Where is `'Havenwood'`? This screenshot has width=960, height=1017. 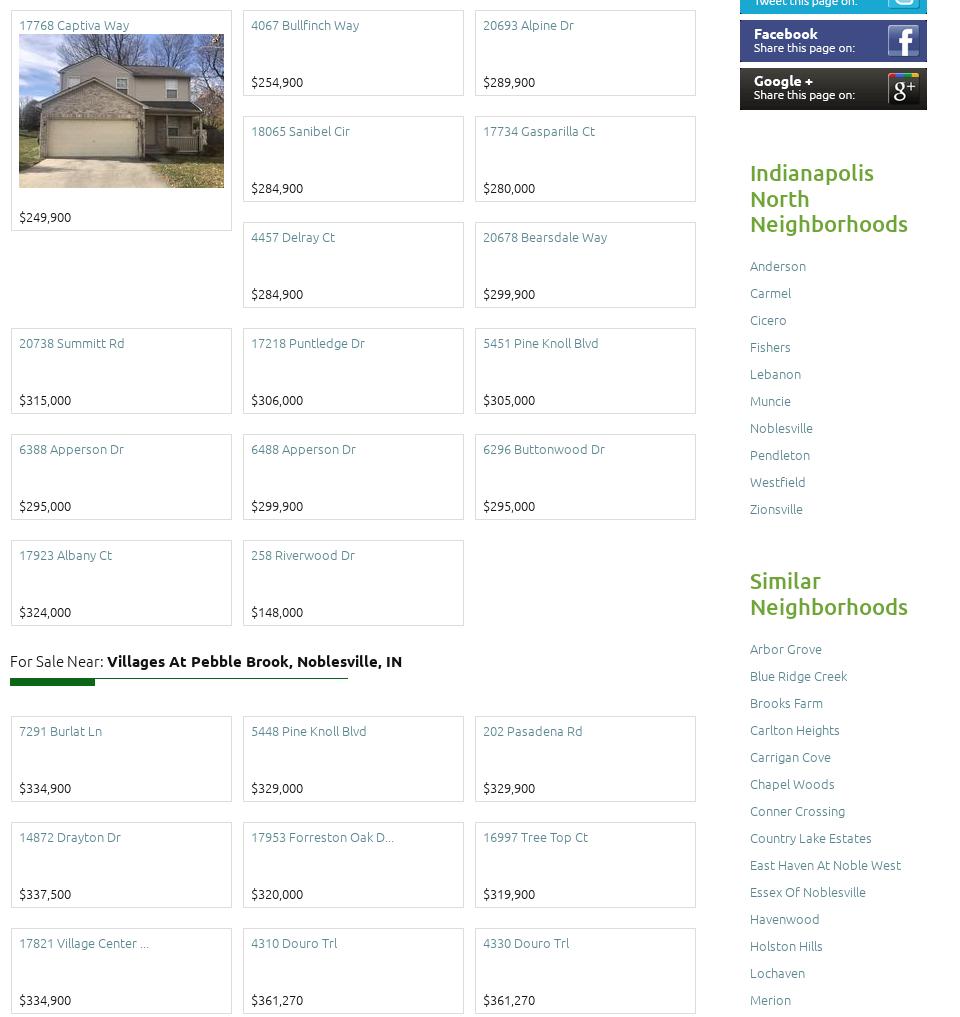 'Havenwood' is located at coordinates (784, 917).